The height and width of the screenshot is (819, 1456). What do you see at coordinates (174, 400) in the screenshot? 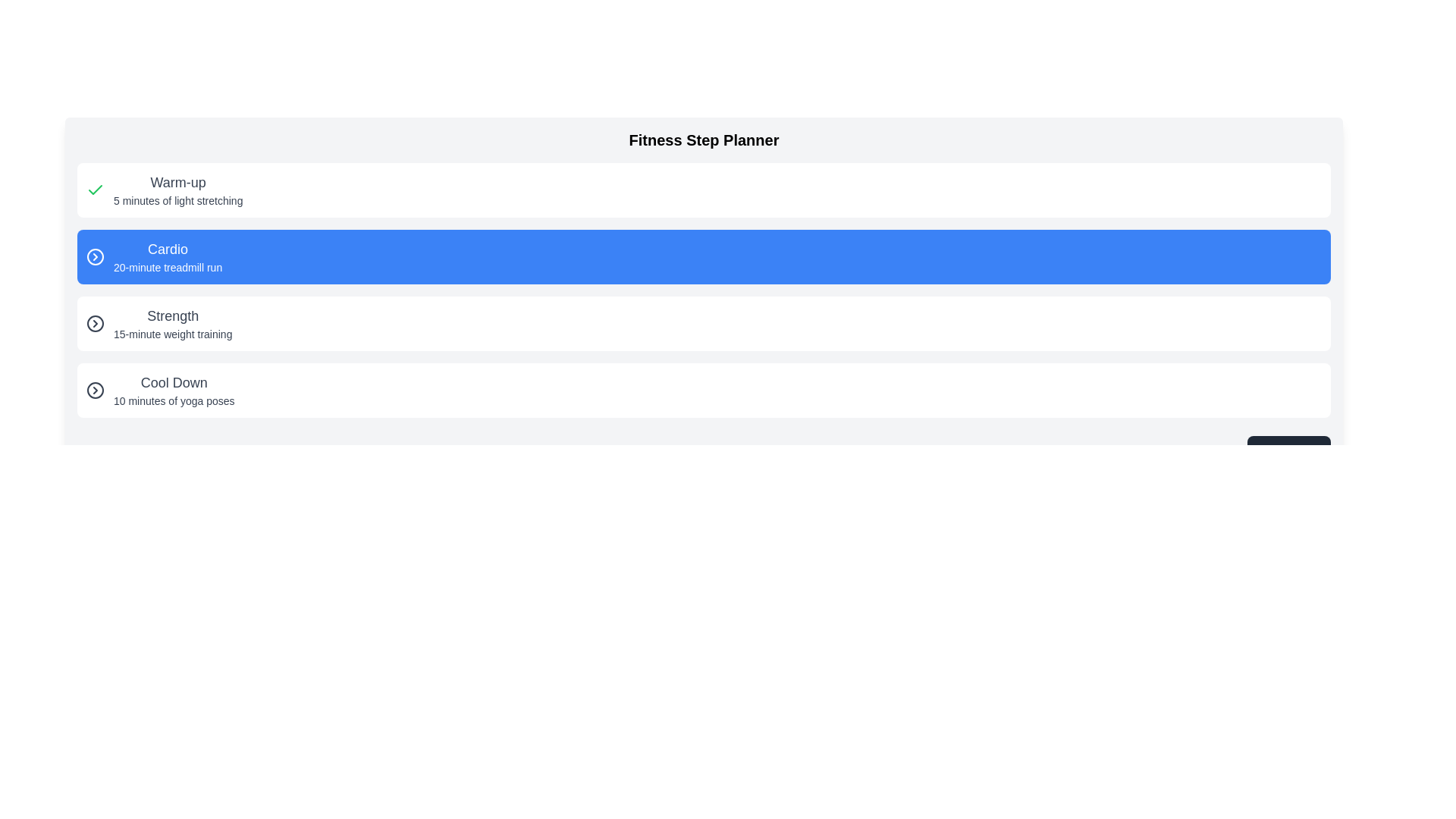
I see `descriptive text label located in the 'Cool Down' section, which provides information about '10 minutes of yoga poses'` at bounding box center [174, 400].